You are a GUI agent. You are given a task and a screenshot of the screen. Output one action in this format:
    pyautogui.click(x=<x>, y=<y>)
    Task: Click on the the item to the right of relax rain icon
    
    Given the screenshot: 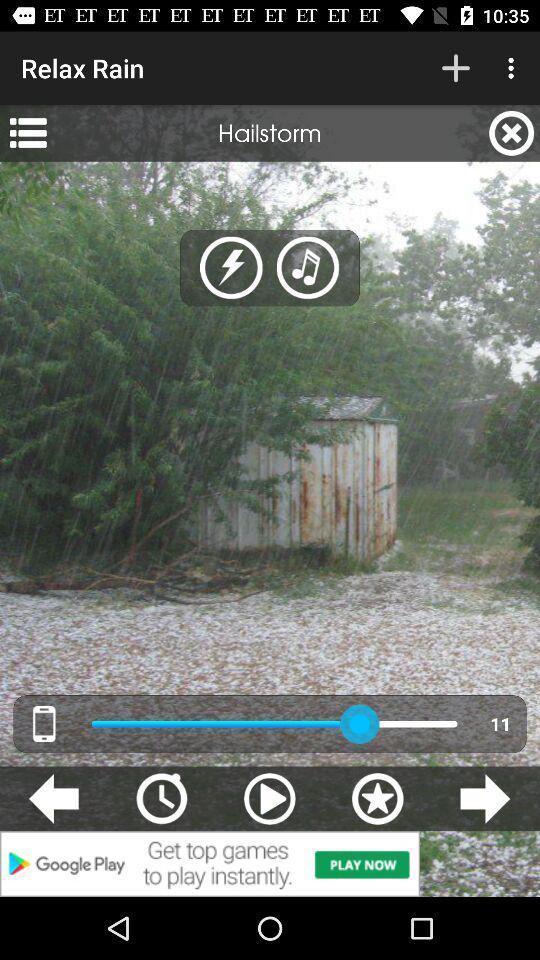 What is the action you would take?
    pyautogui.click(x=455, y=68)
    